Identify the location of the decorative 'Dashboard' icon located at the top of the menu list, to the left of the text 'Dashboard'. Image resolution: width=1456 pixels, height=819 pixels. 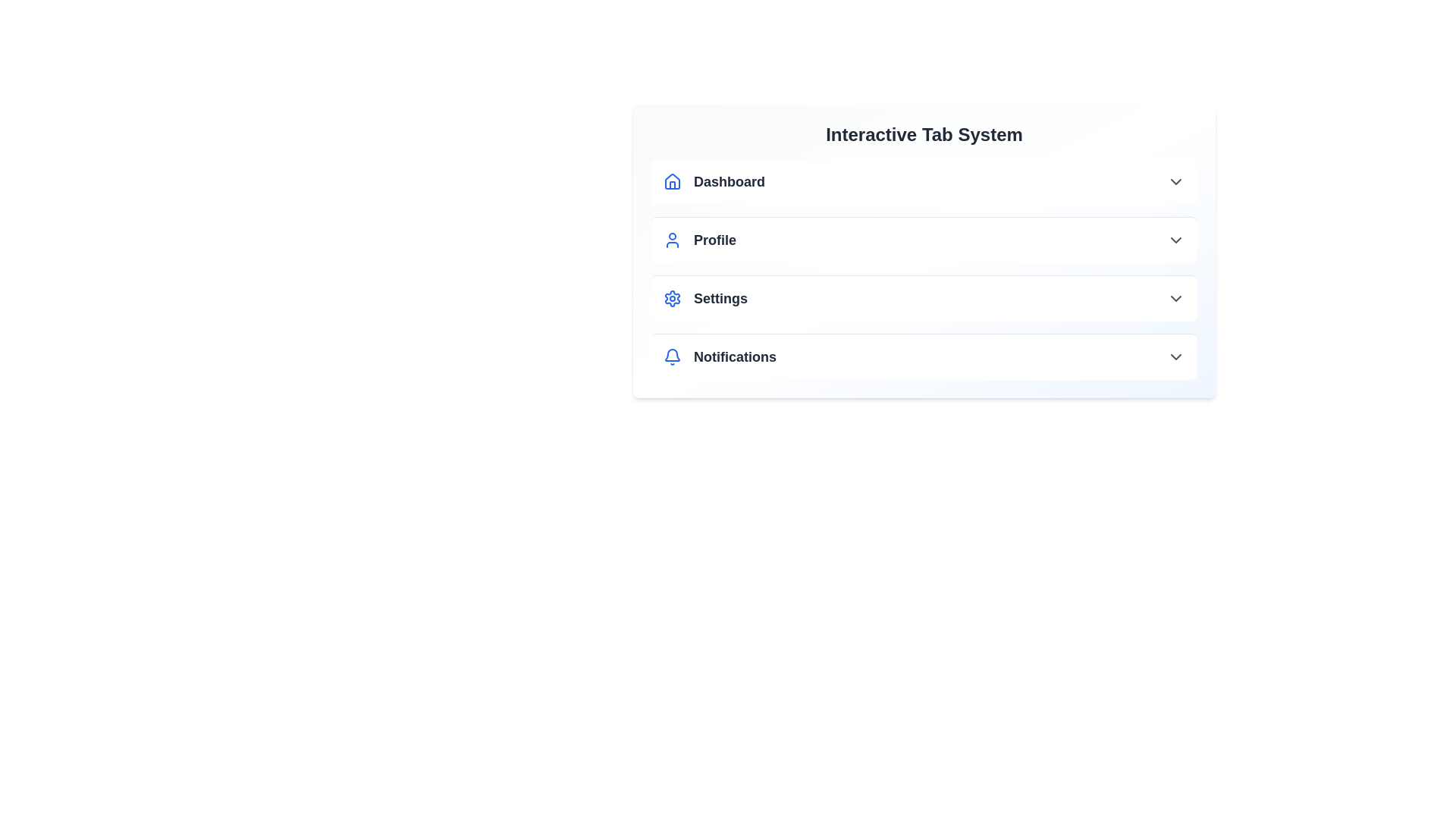
(672, 180).